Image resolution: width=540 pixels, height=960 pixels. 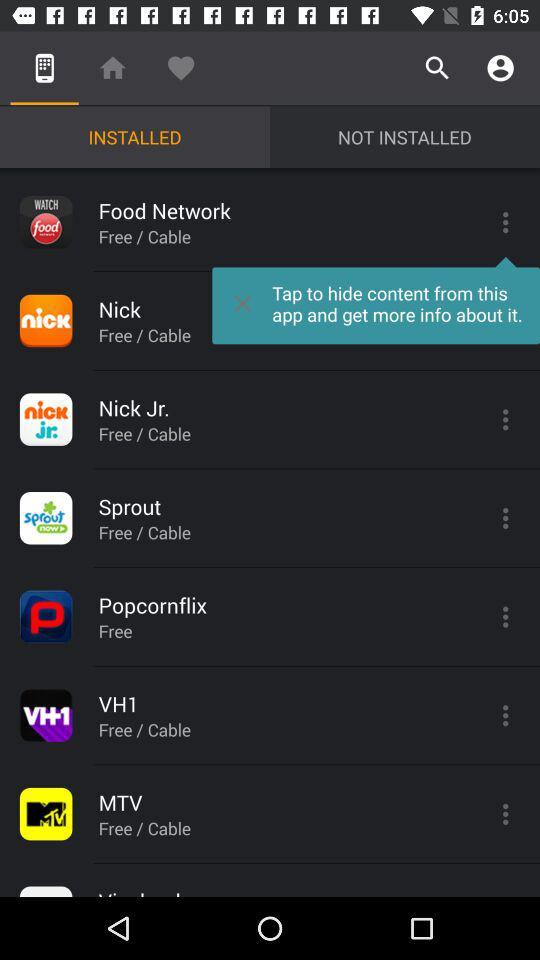 I want to click on the icon to the right of free / cable item, so click(x=376, y=299).